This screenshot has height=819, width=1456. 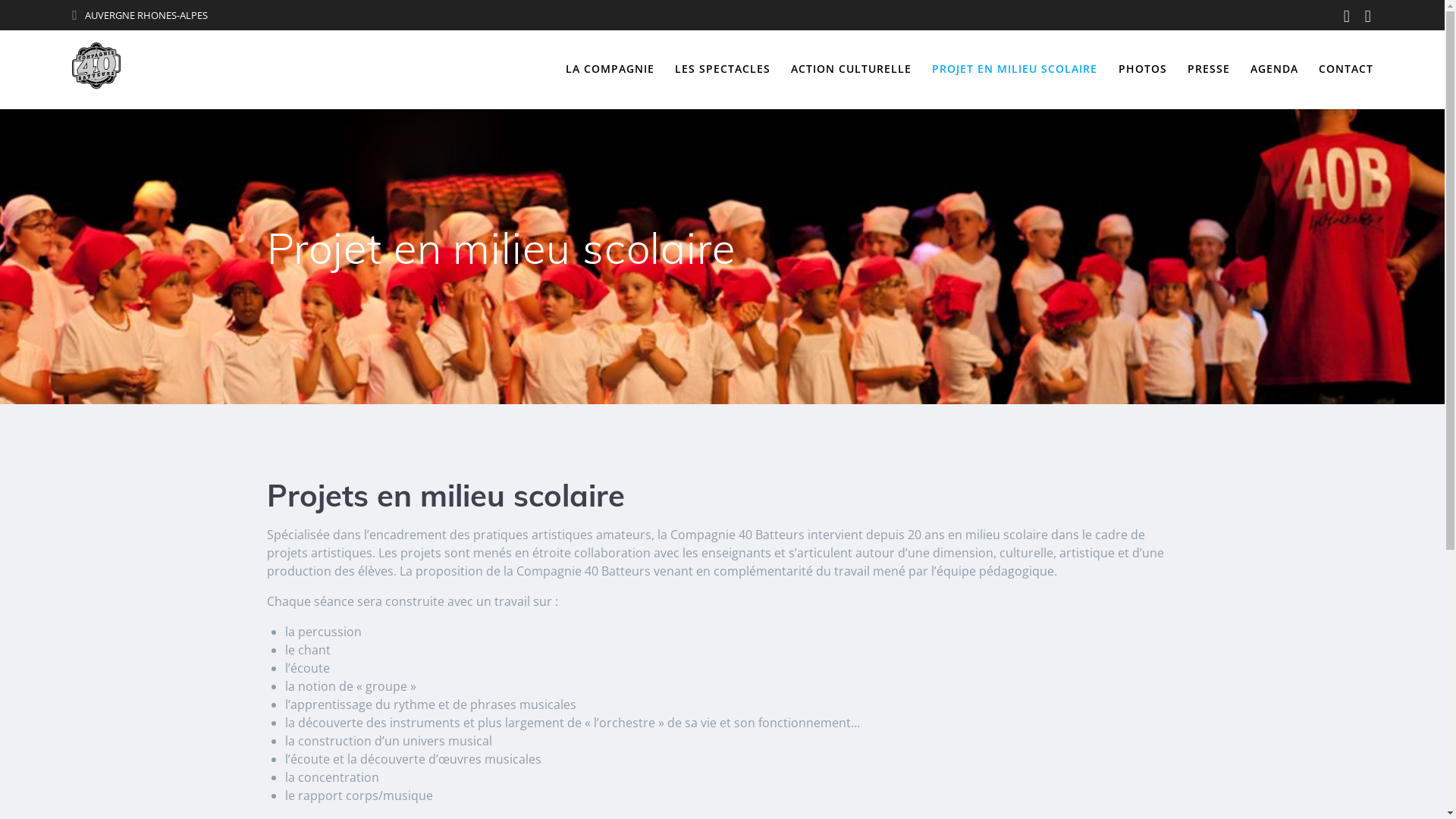 I want to click on 'PROJET EN MILIEU SCOLAIRE', so click(x=1015, y=69).